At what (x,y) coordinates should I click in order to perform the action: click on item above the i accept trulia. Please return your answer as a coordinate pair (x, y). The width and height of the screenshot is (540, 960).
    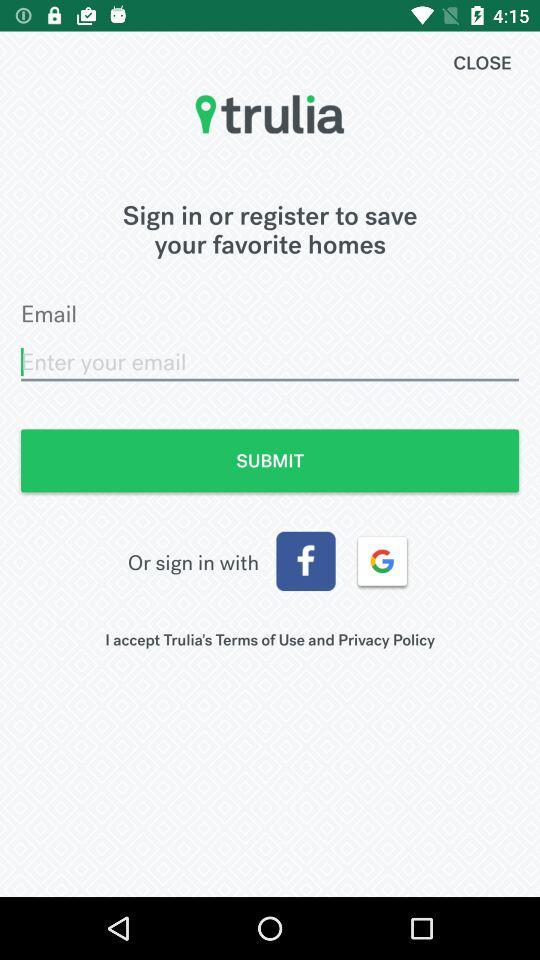
    Looking at the image, I should click on (306, 561).